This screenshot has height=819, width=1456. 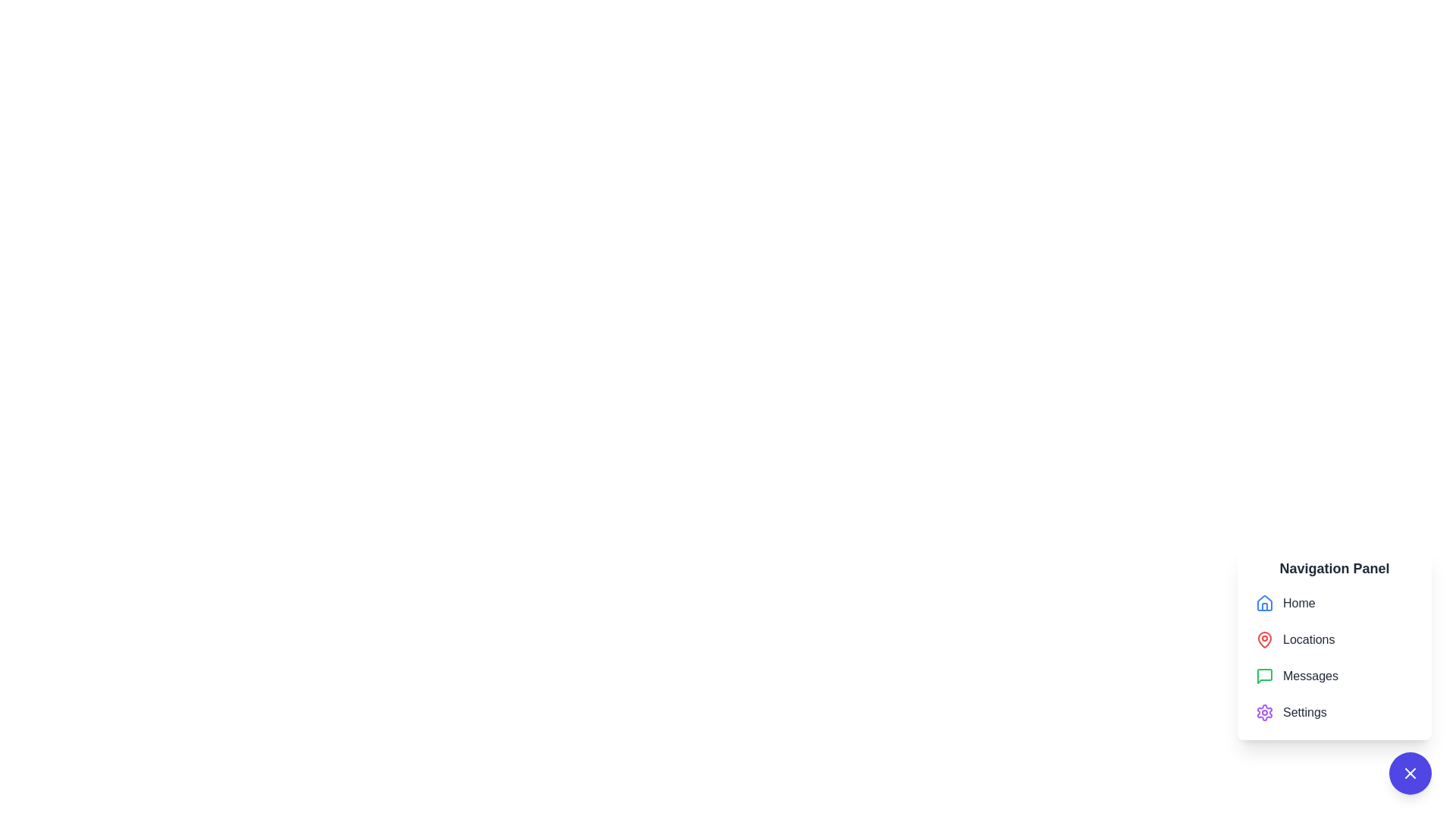 I want to click on the navigation menu item that redirects users to the messaging section, located as the third item in a vertical list at the bottom-right corner of the interface, so click(x=1335, y=669).